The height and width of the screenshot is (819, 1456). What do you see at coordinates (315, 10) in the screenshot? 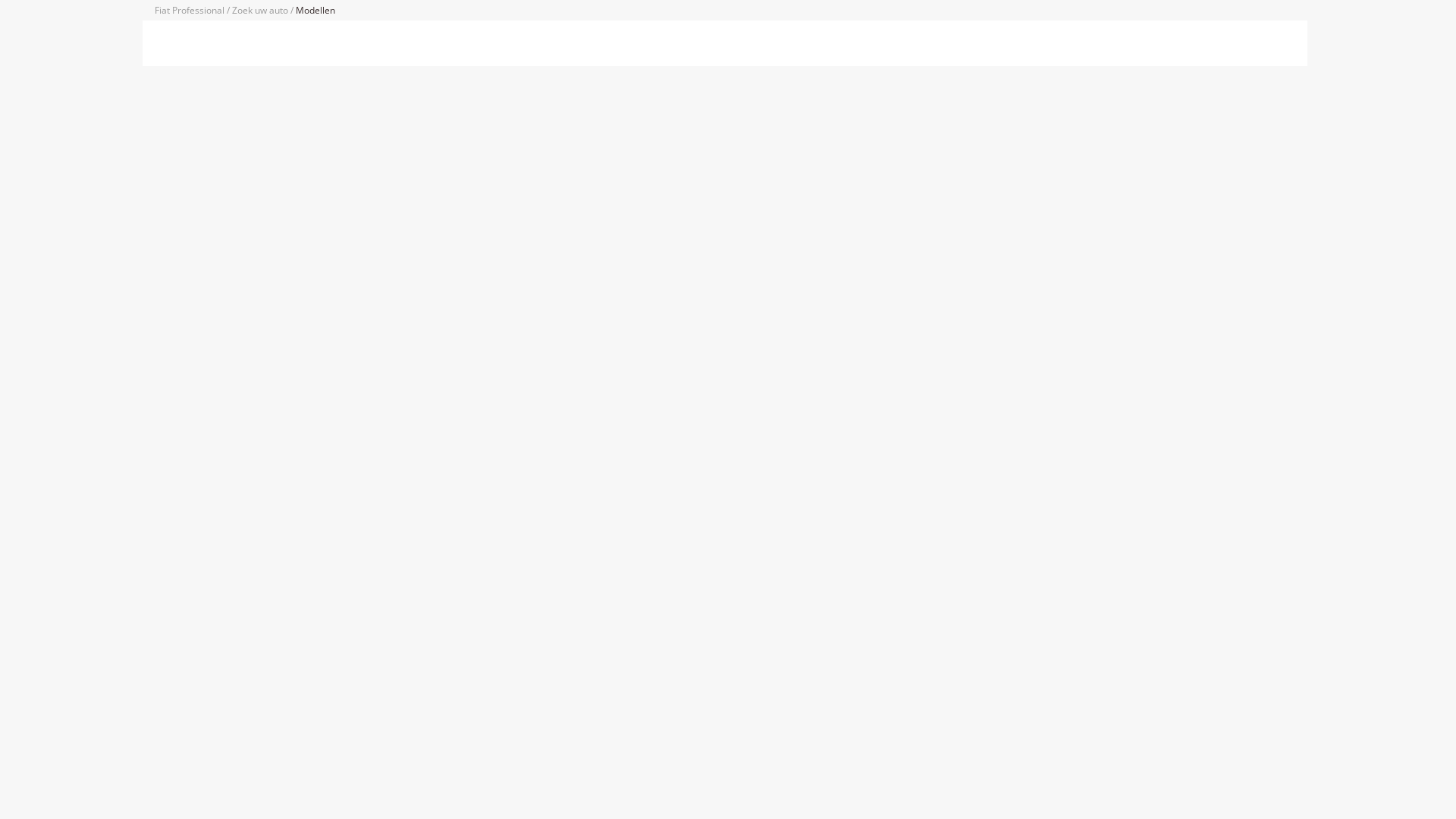
I see `'Modellen'` at bounding box center [315, 10].